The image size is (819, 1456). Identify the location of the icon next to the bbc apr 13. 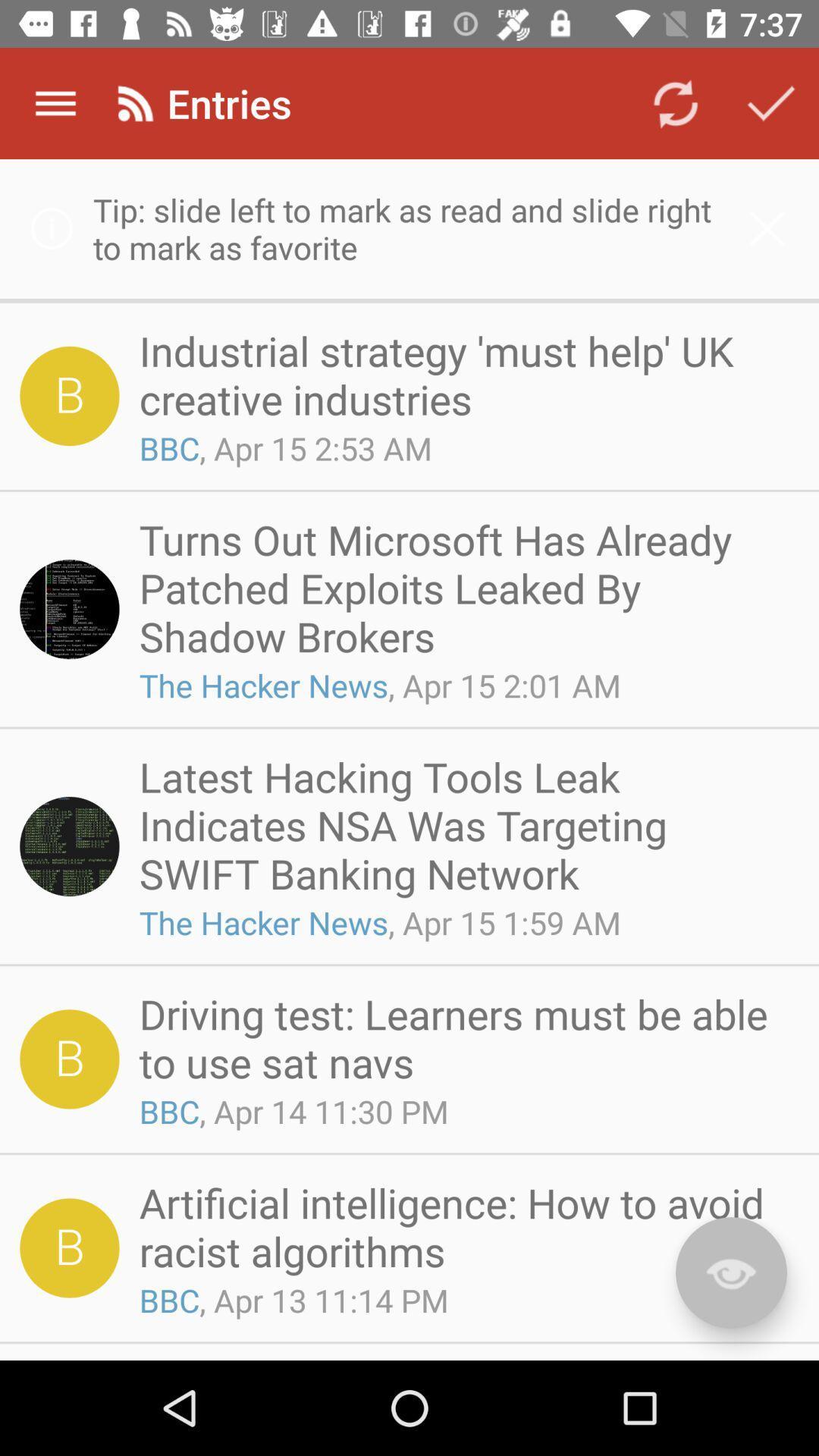
(730, 1272).